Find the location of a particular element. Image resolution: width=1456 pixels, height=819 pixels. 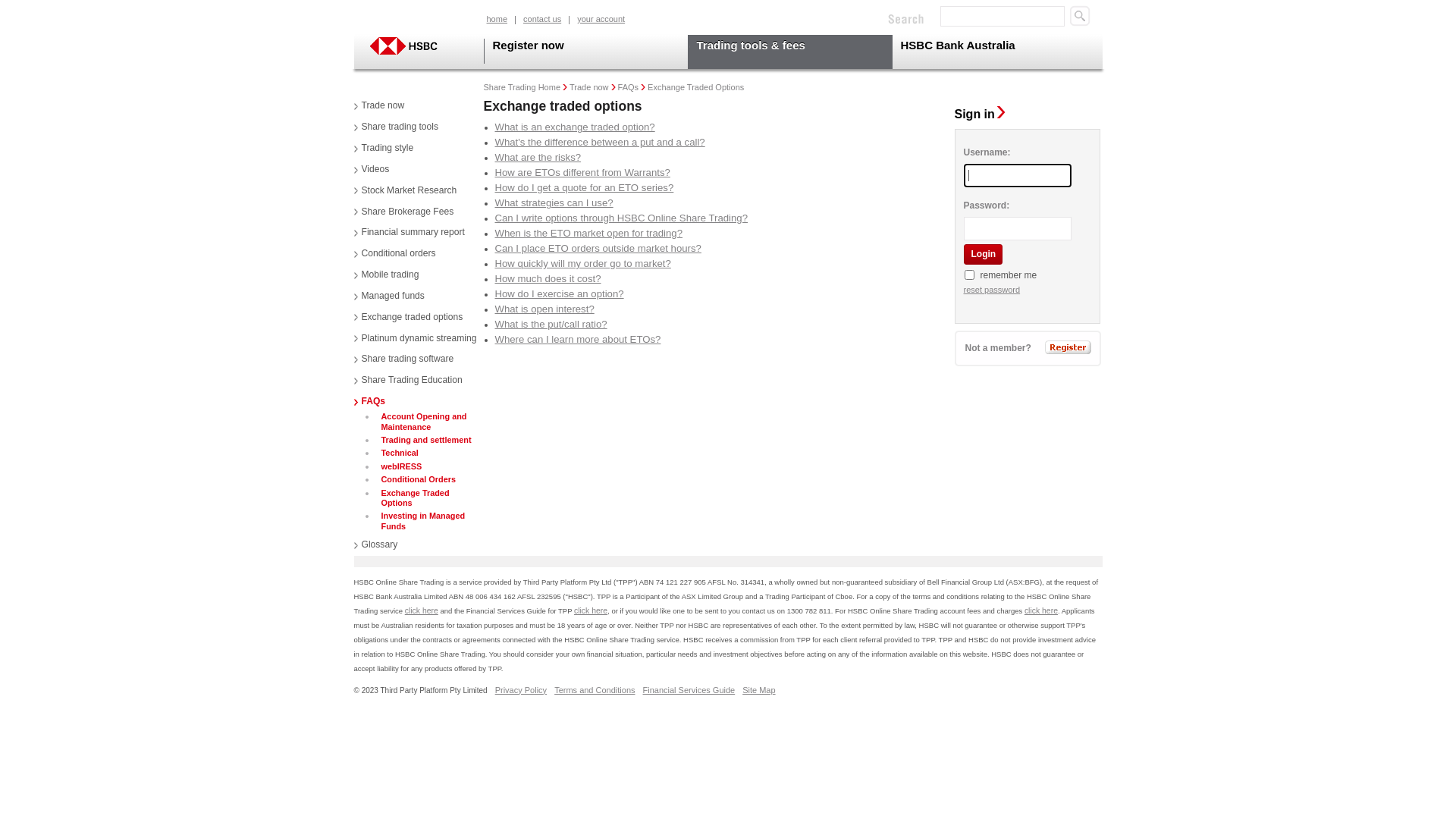

'Trading style' is located at coordinates (383, 149).